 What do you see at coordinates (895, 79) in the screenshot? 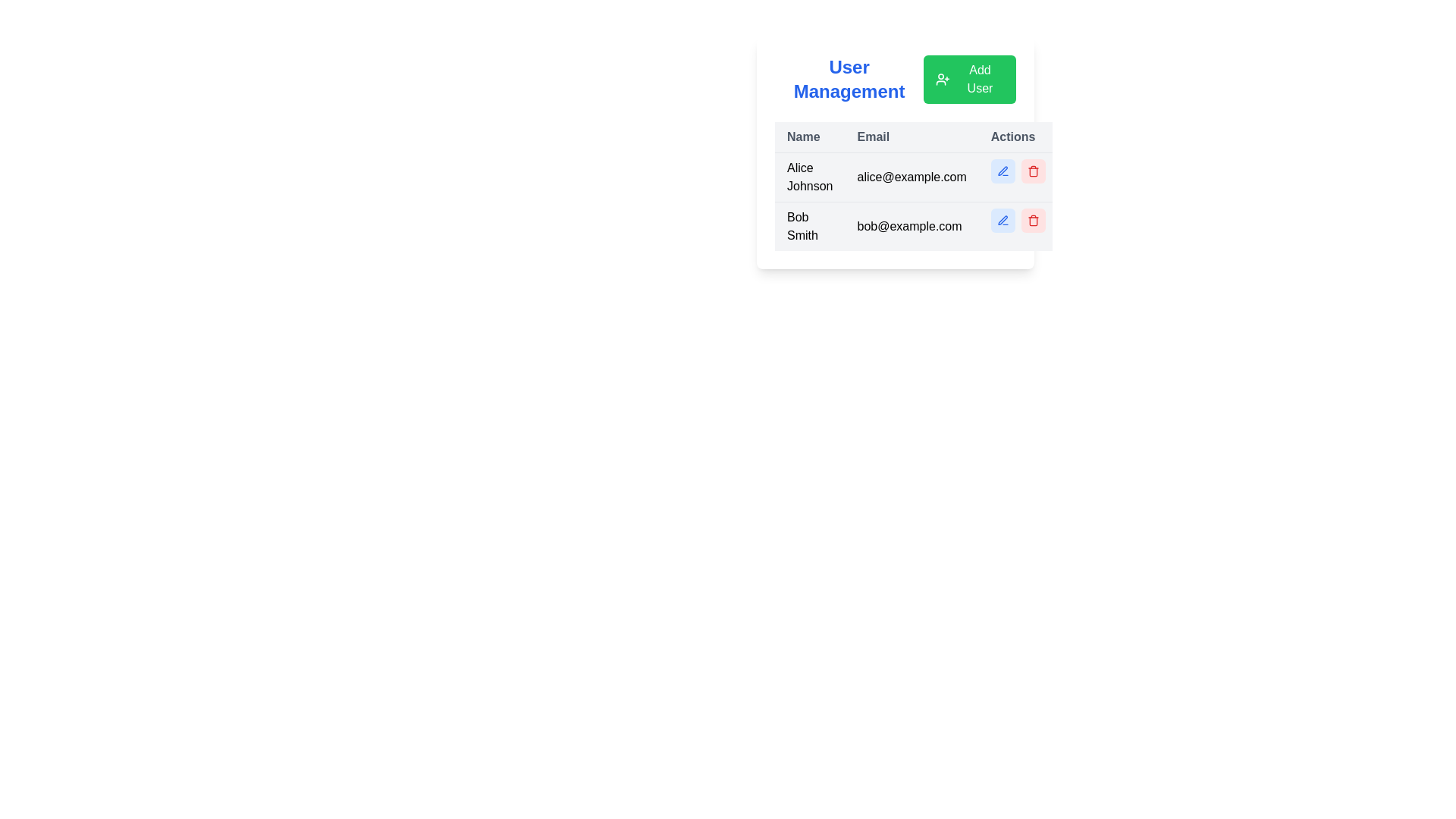
I see `the 'Add User' button in the 'User Management' section` at bounding box center [895, 79].